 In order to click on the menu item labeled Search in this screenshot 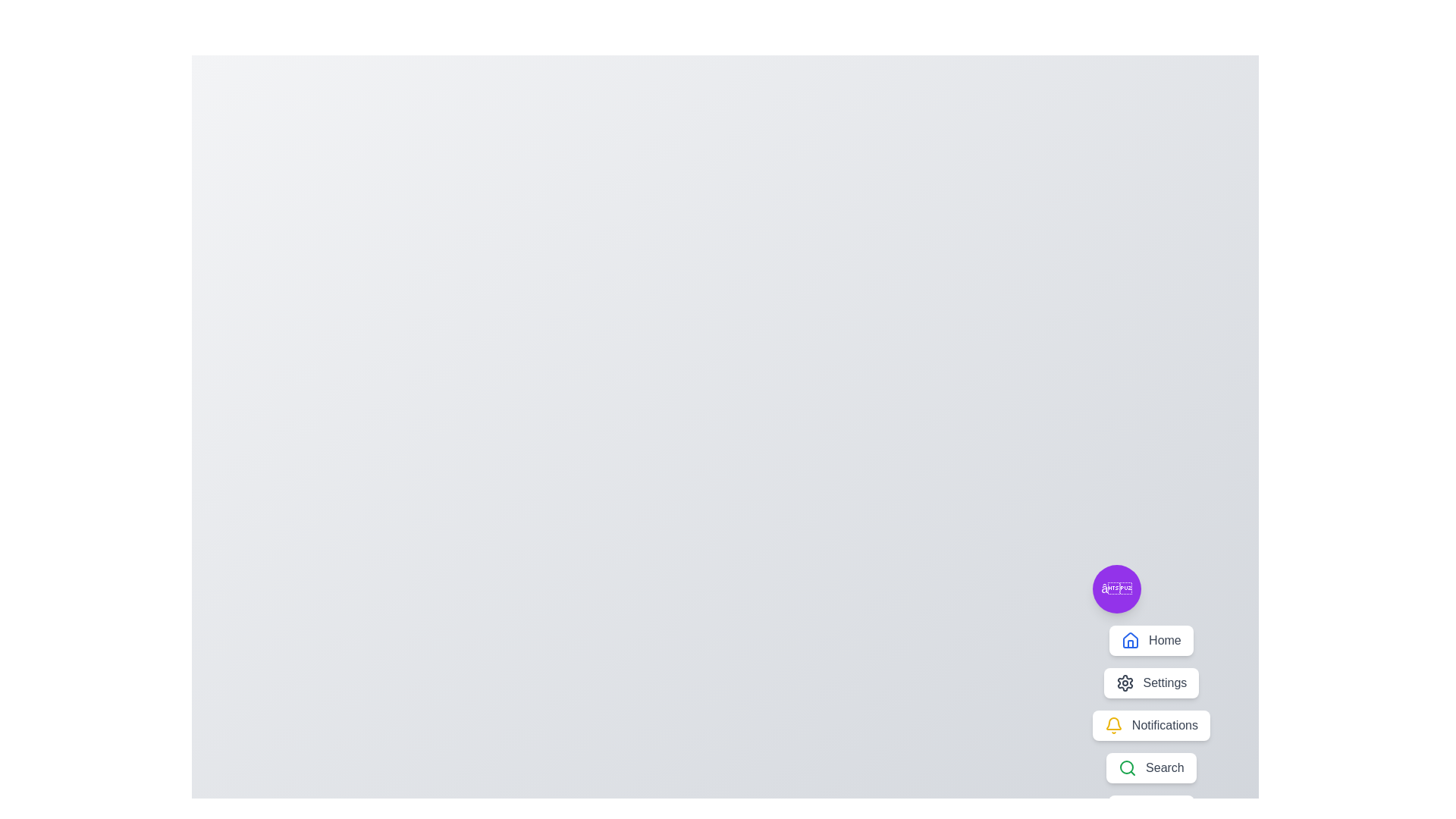, I will do `click(1150, 768)`.